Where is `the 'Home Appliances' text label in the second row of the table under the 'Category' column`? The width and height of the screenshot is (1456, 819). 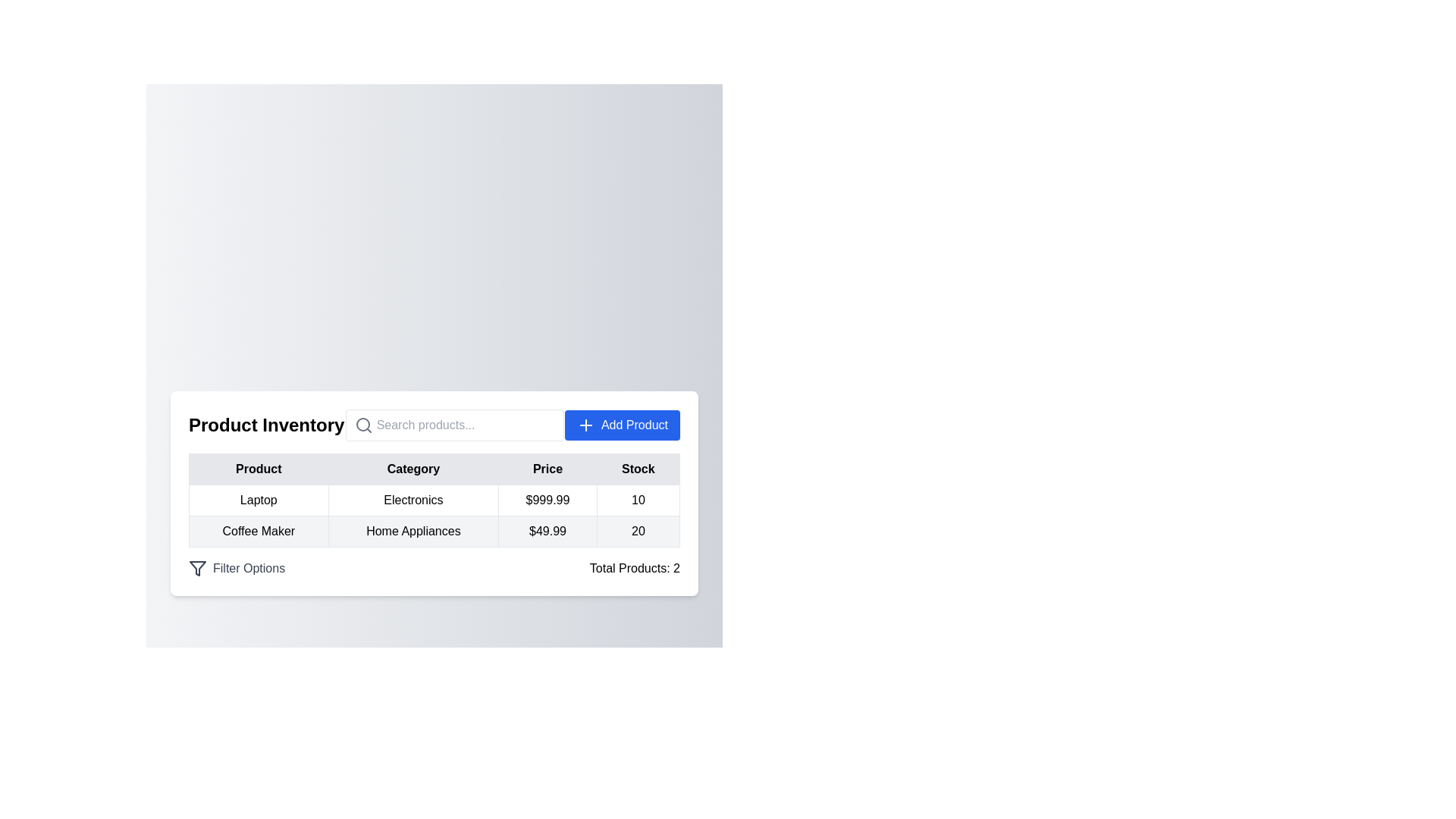 the 'Home Appliances' text label in the second row of the table under the 'Category' column is located at coordinates (413, 531).